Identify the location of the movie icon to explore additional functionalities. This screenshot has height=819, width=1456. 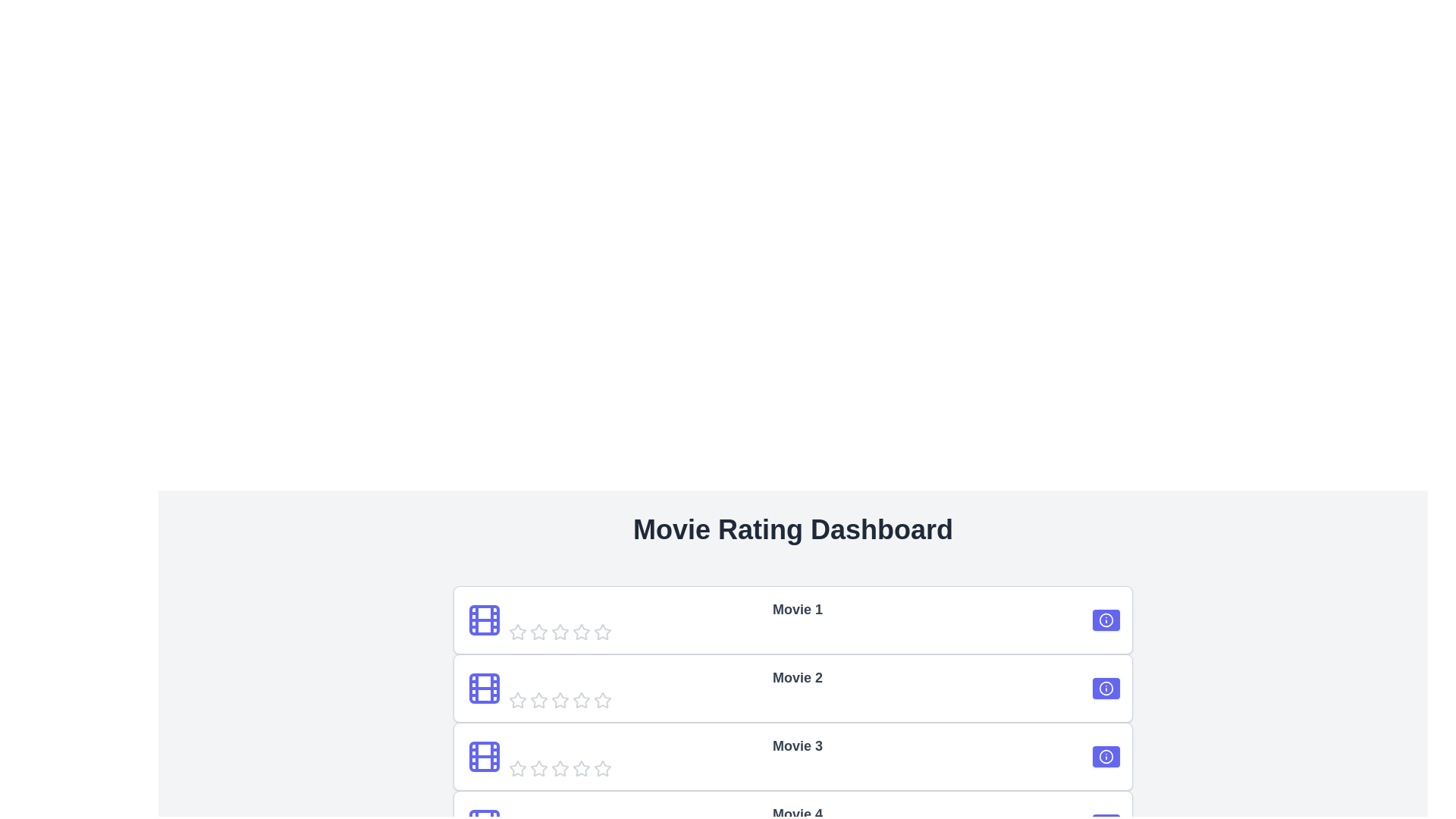
(483, 620).